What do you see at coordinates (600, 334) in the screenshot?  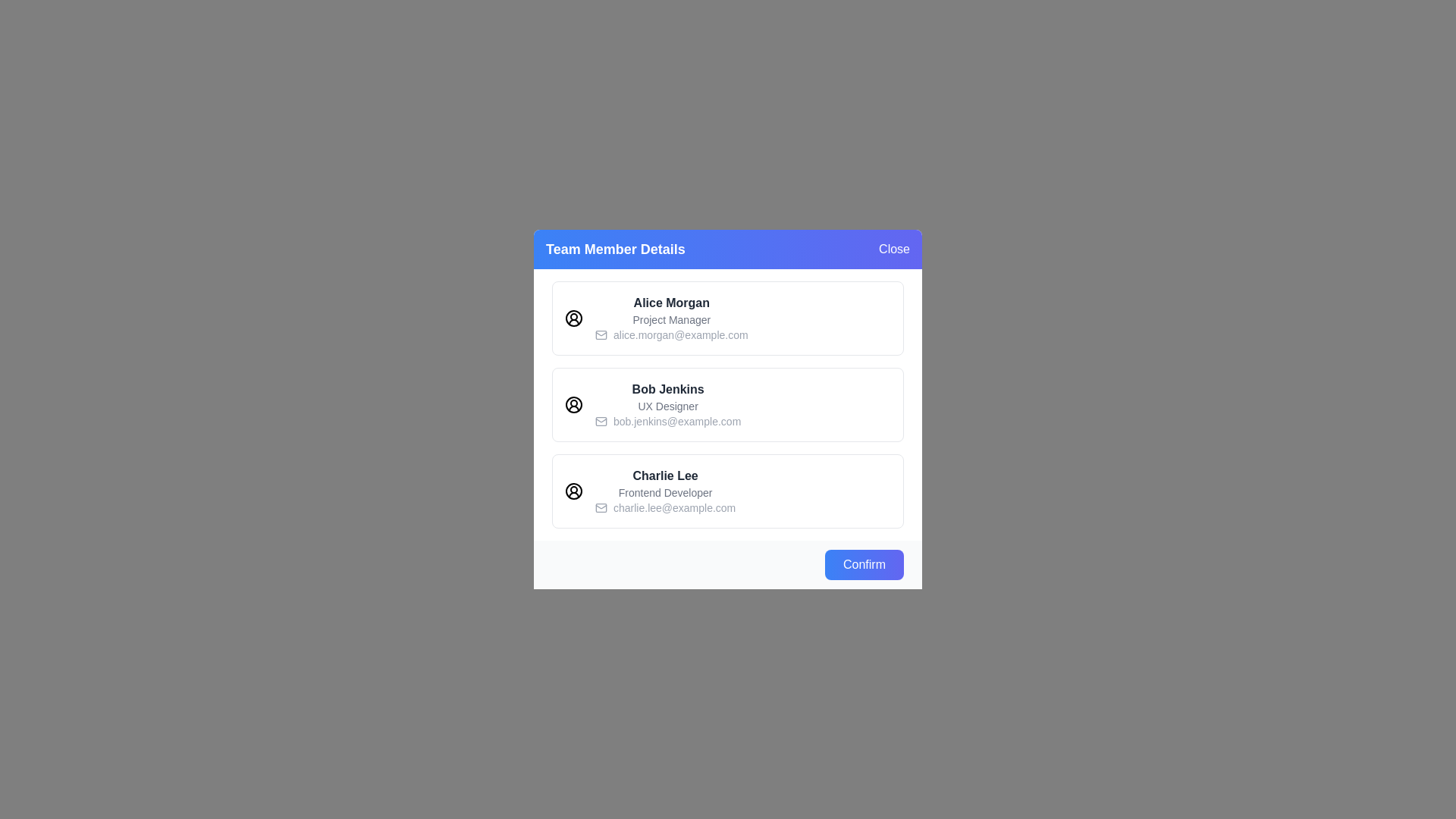 I see `the envelope icon representing an email action, located to the left of the email address 'alice.morgan@example.com' in the 'Team Member Details' modal` at bounding box center [600, 334].